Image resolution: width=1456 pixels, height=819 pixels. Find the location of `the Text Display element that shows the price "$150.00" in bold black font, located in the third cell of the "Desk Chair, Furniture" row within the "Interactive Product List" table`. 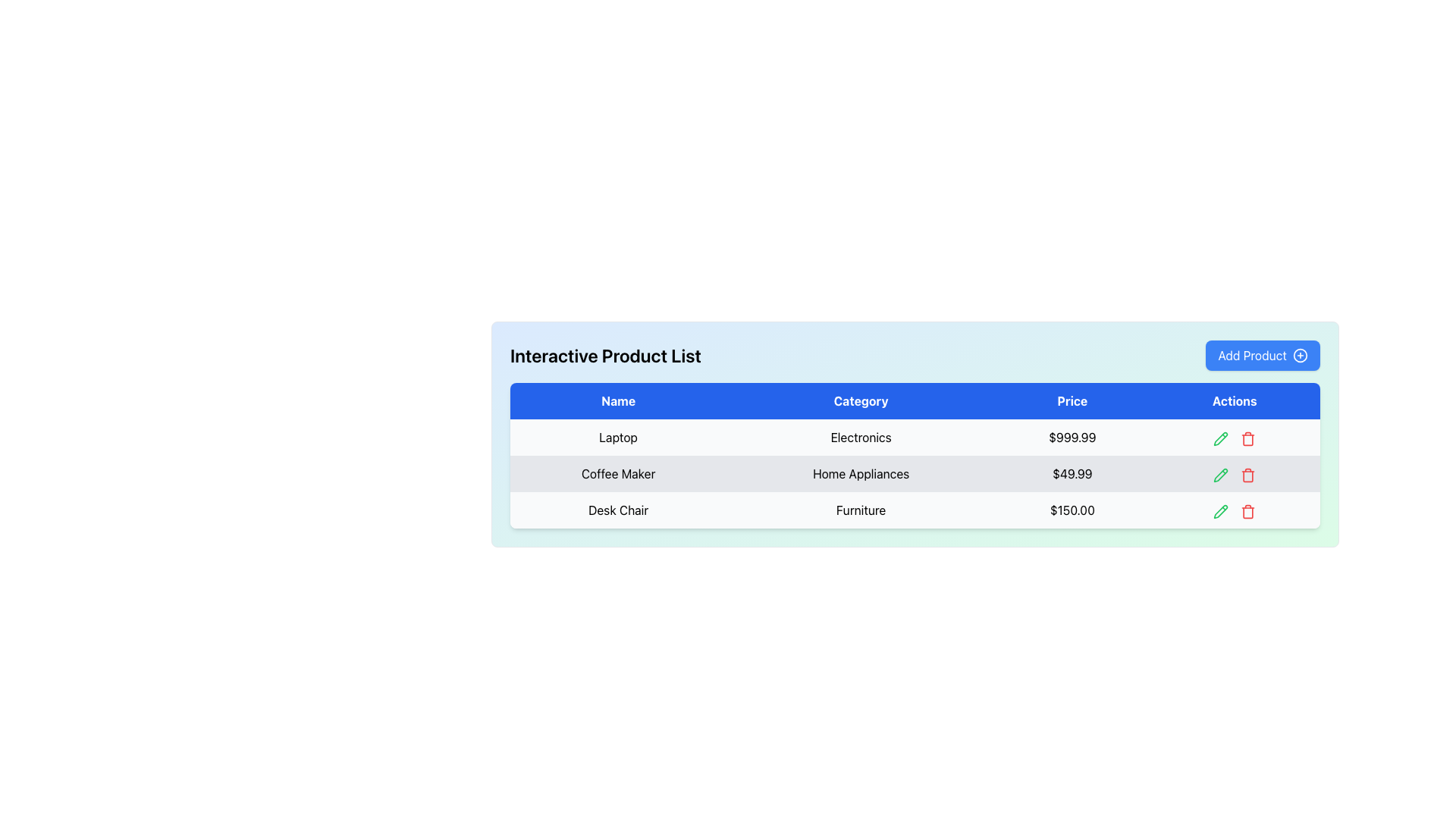

the Text Display element that shows the price "$150.00" in bold black font, located in the third cell of the "Desk Chair, Furniture" row within the "Interactive Product List" table is located at coordinates (1072, 510).